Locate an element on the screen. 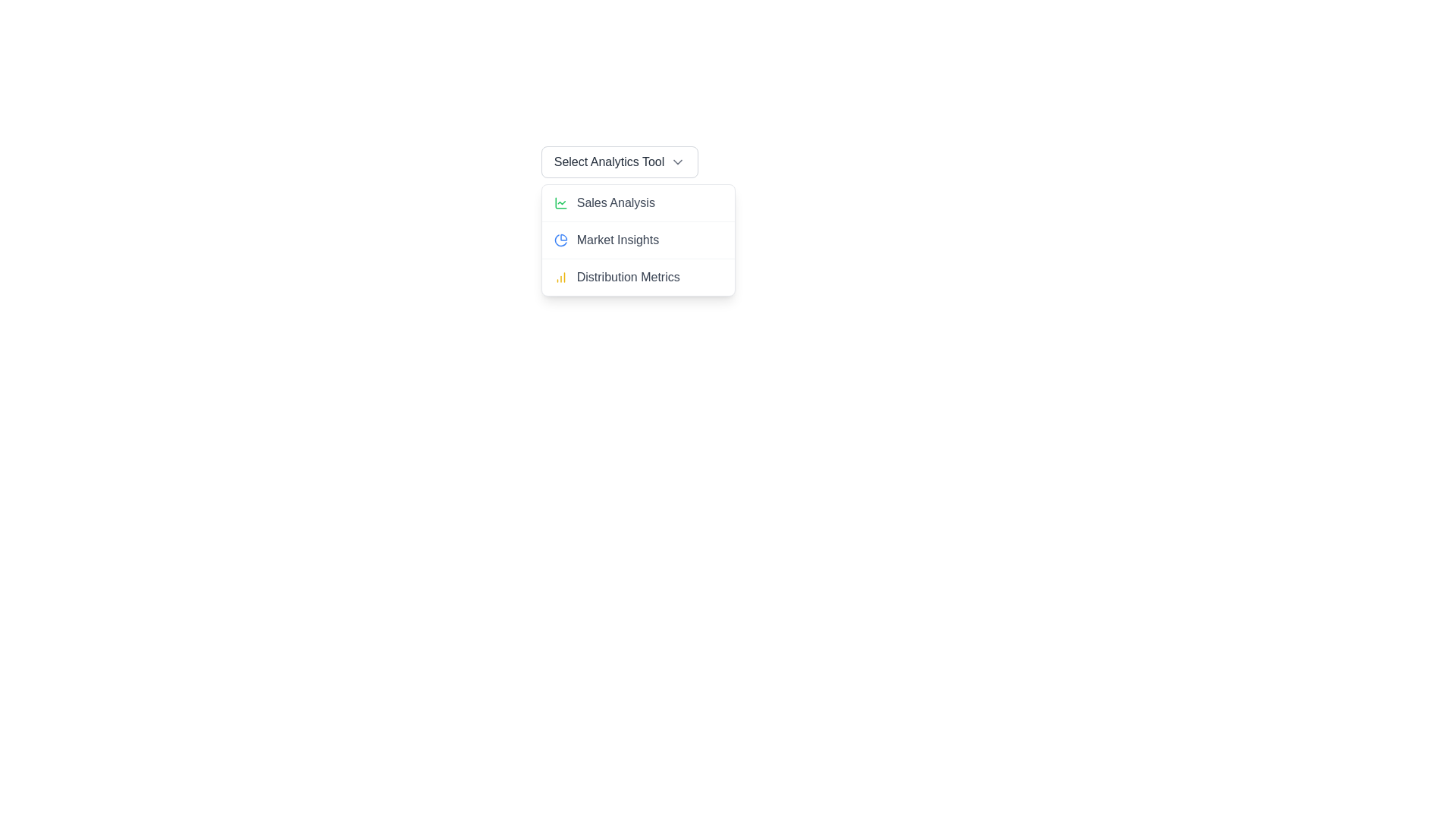 This screenshot has height=819, width=1456. the 'Sales Analysis' text label in the drop-down menu under 'Select Analytics Tool' is located at coordinates (616, 202).